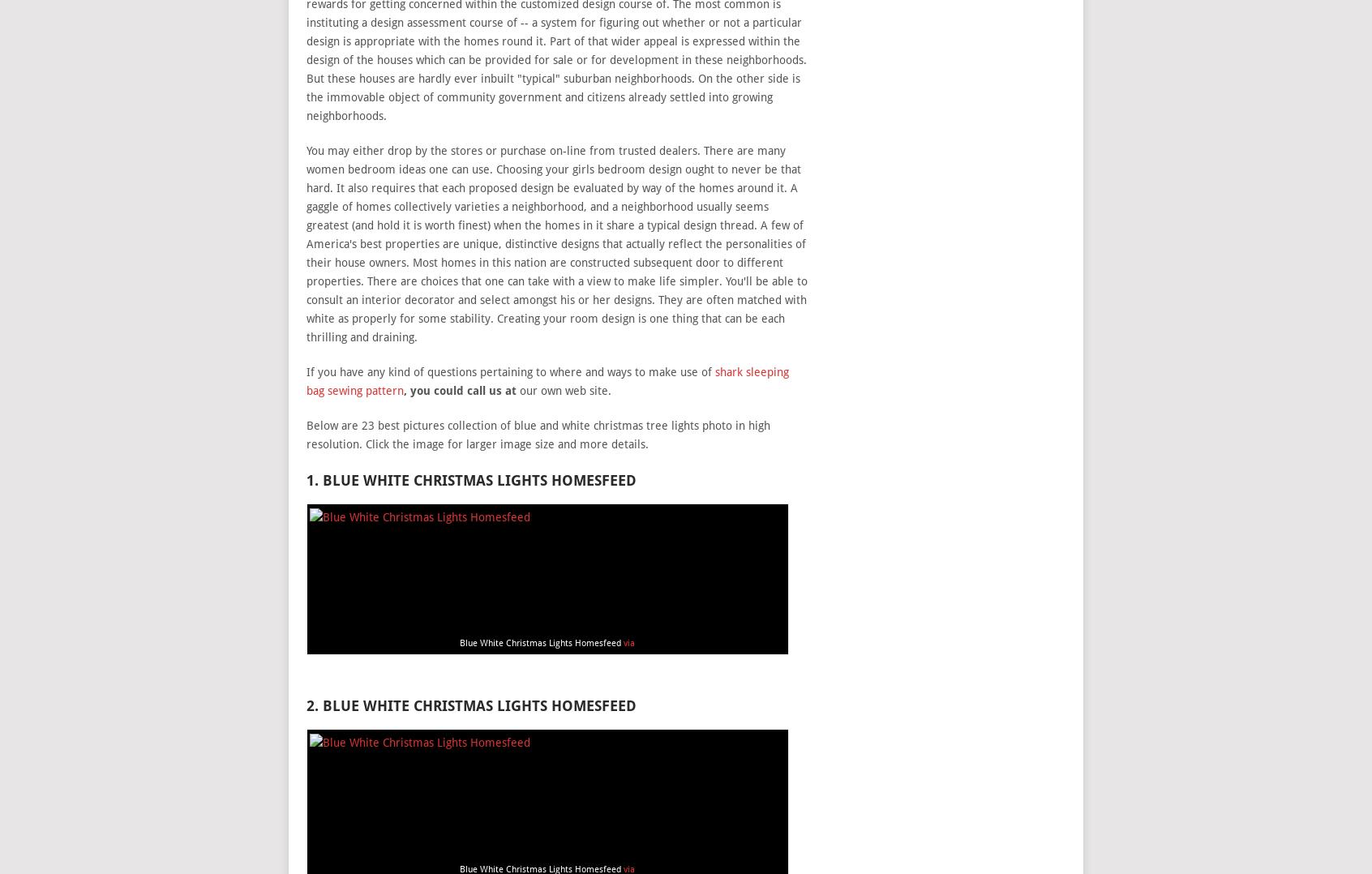 The width and height of the screenshot is (1372, 874). Describe the element at coordinates (542, 642) in the screenshot. I see `'Blue White Christmas Lights Homesfeed'` at that location.